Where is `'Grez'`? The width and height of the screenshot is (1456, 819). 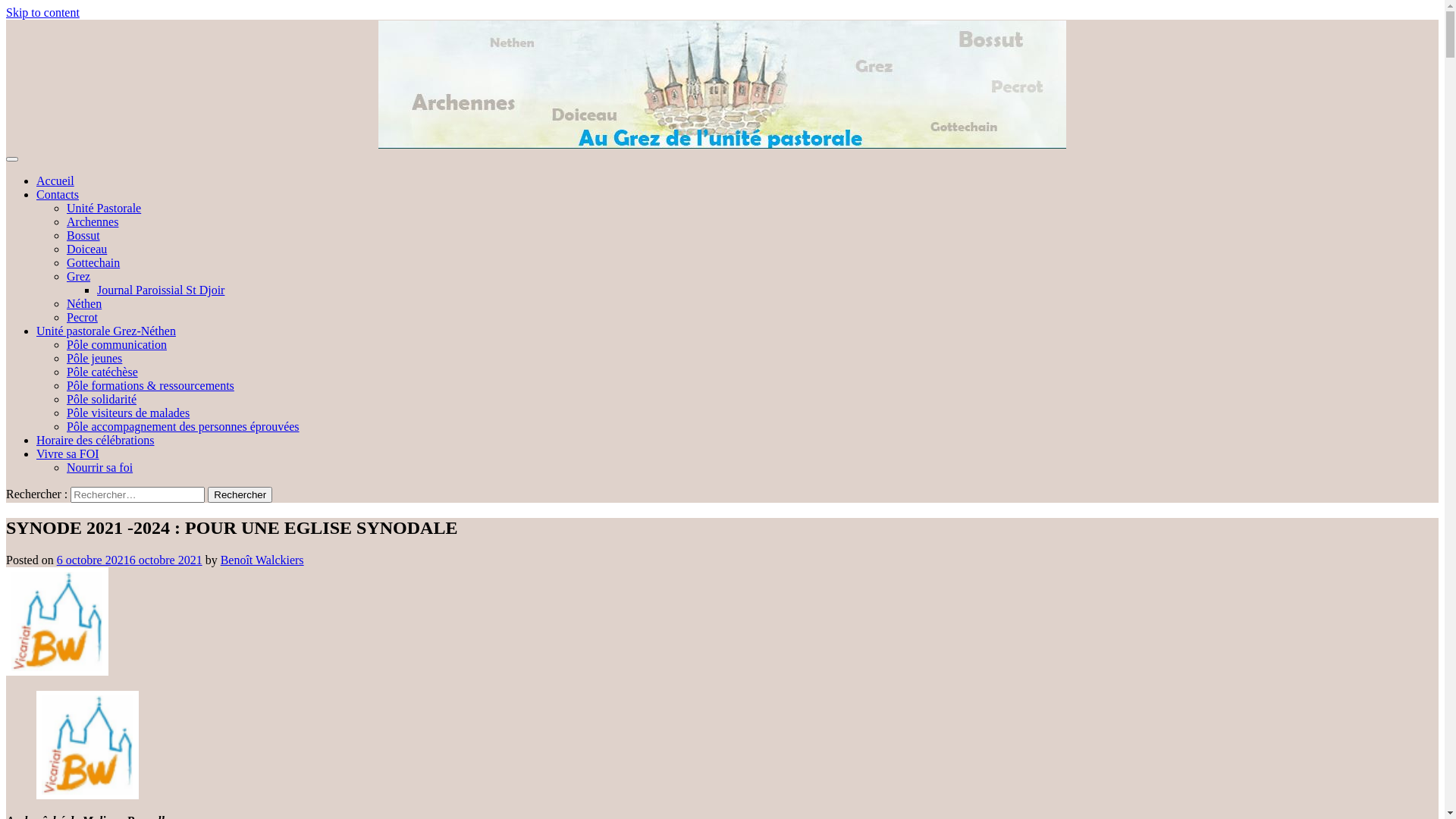 'Grez' is located at coordinates (77, 276).